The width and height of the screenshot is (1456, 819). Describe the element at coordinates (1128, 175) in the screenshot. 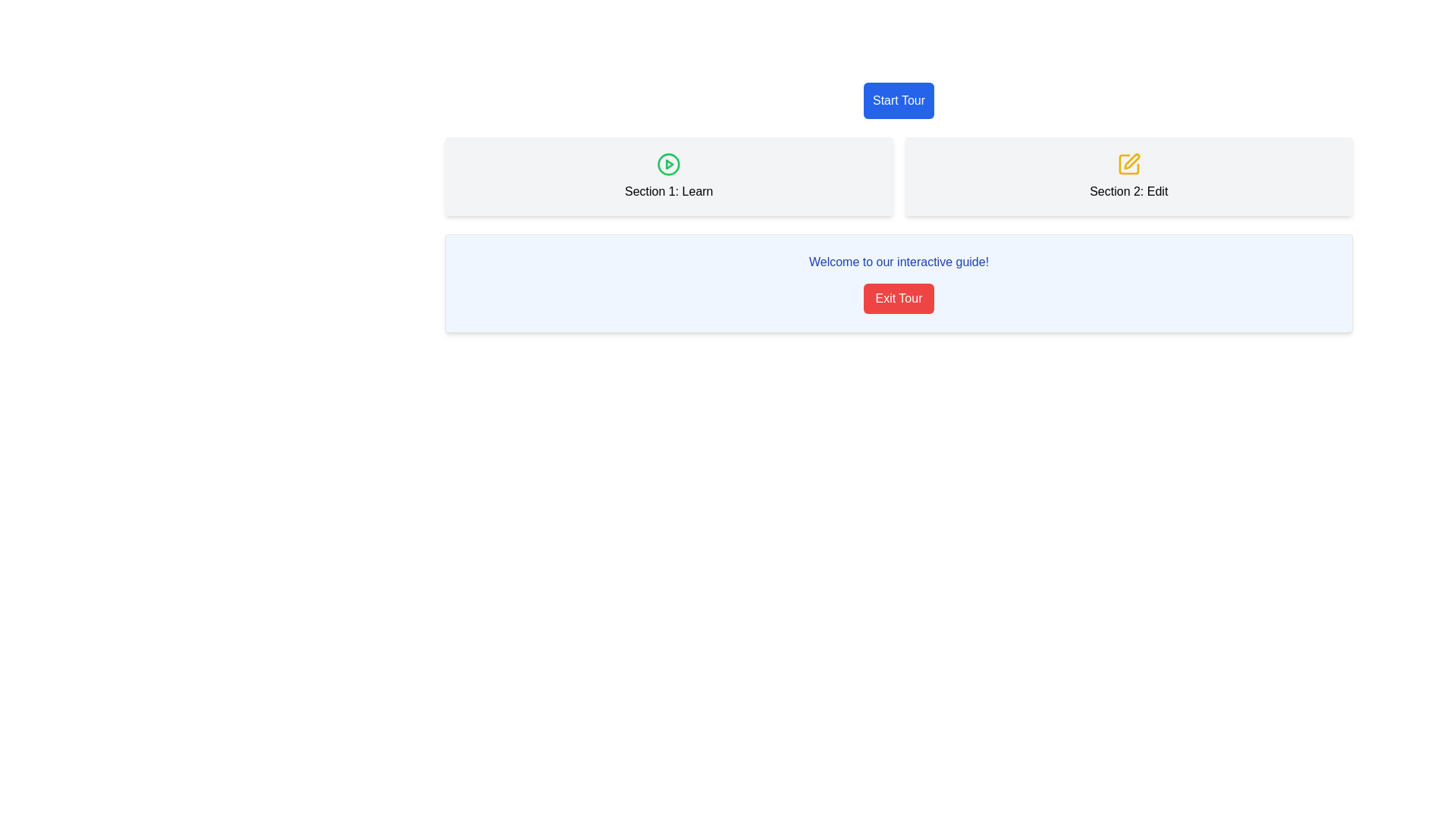

I see `the informational text and icon grouping that represents 'Section 2: Edit', located to the right of 'Section 1: Learn'` at that location.